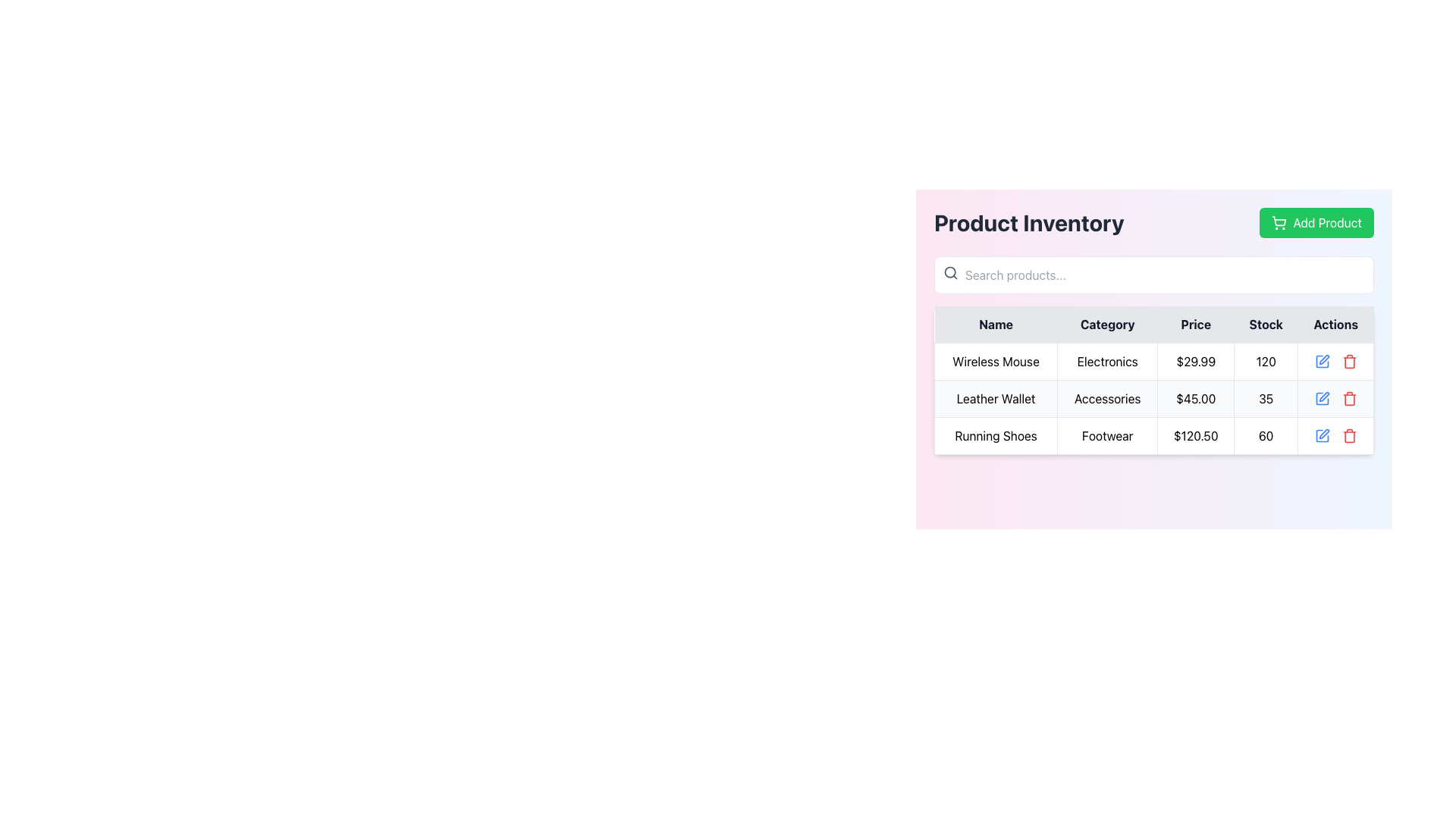  Describe the element at coordinates (1266, 324) in the screenshot. I see `the 'Stock' text label, which is the fourth column header in the table, clearly styled with dark font on a light grey background` at that location.